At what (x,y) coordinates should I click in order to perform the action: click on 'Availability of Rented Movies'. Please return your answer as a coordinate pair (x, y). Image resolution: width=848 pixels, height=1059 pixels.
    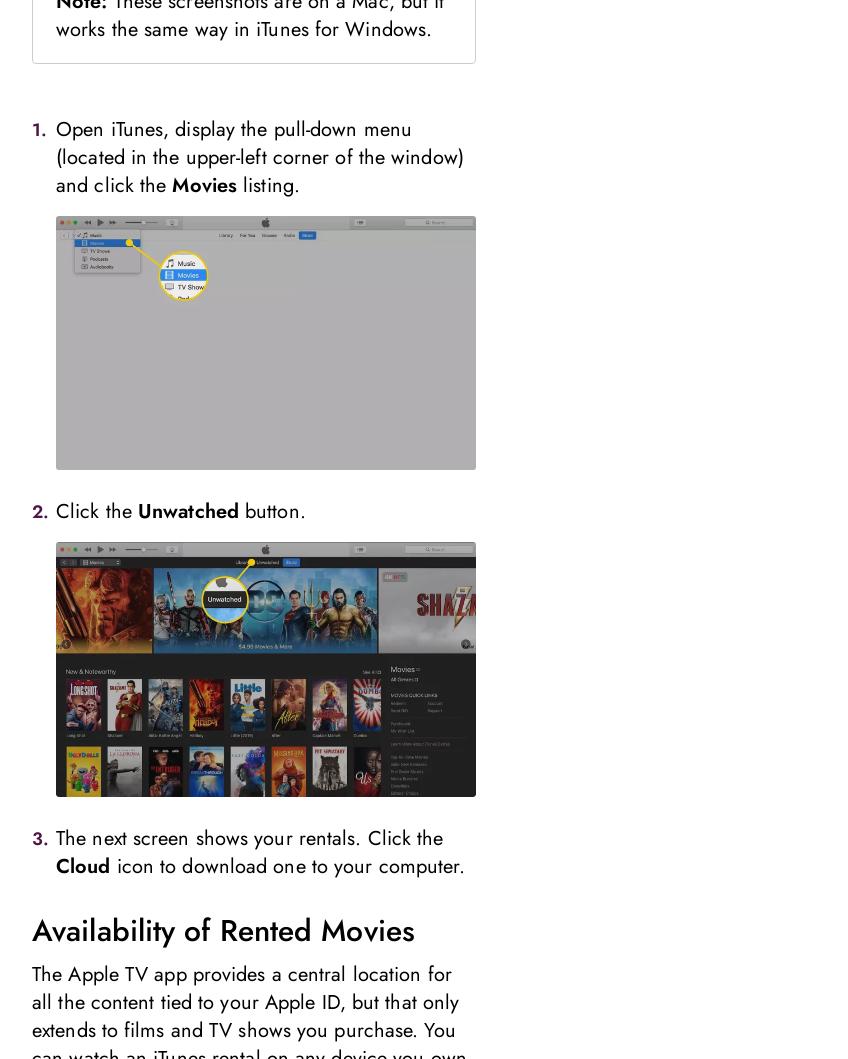
    Looking at the image, I should click on (222, 930).